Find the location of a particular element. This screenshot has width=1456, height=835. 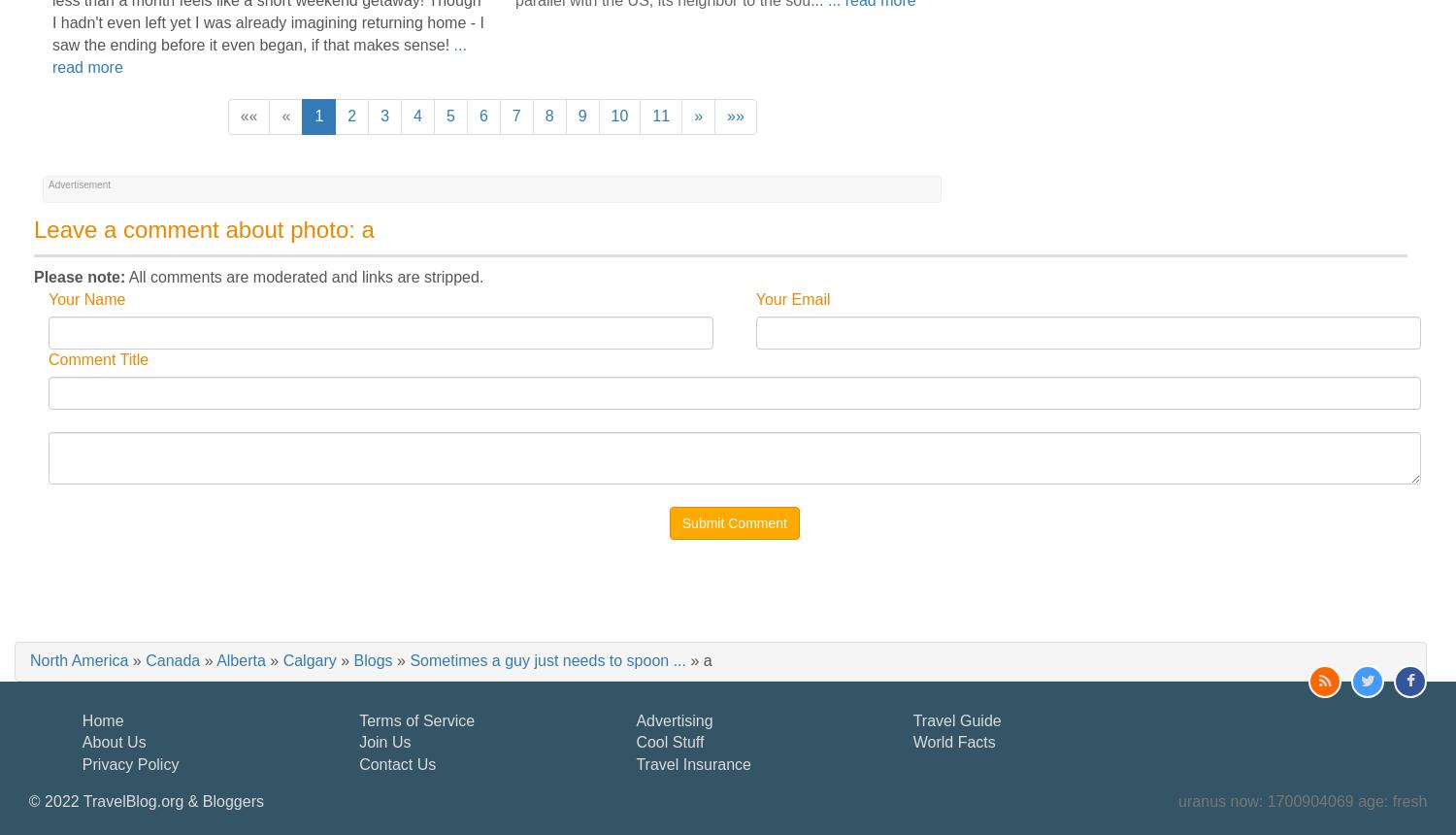

'Join Us' is located at coordinates (384, 742).